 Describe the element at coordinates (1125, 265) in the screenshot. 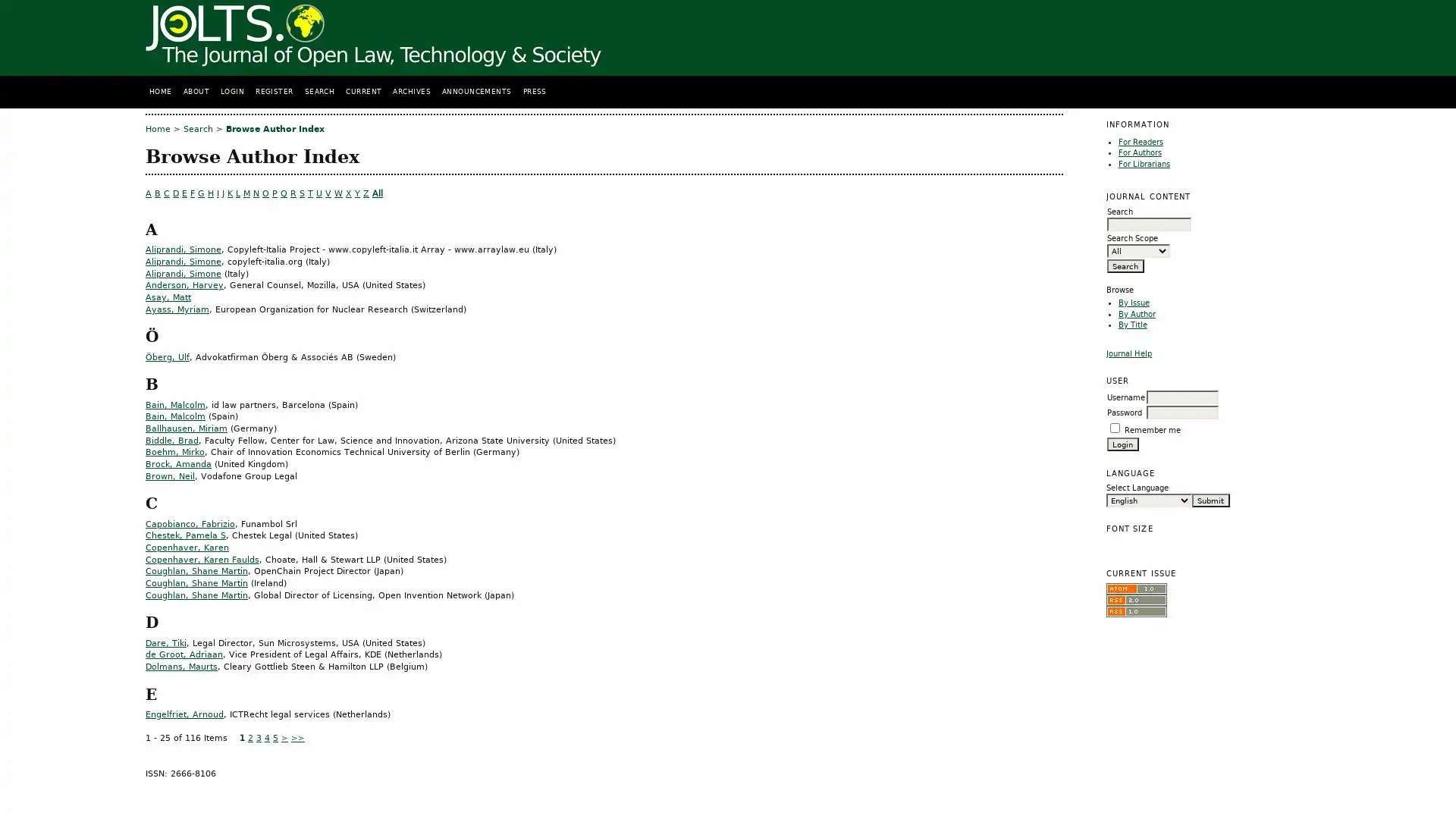

I see `Search` at that location.